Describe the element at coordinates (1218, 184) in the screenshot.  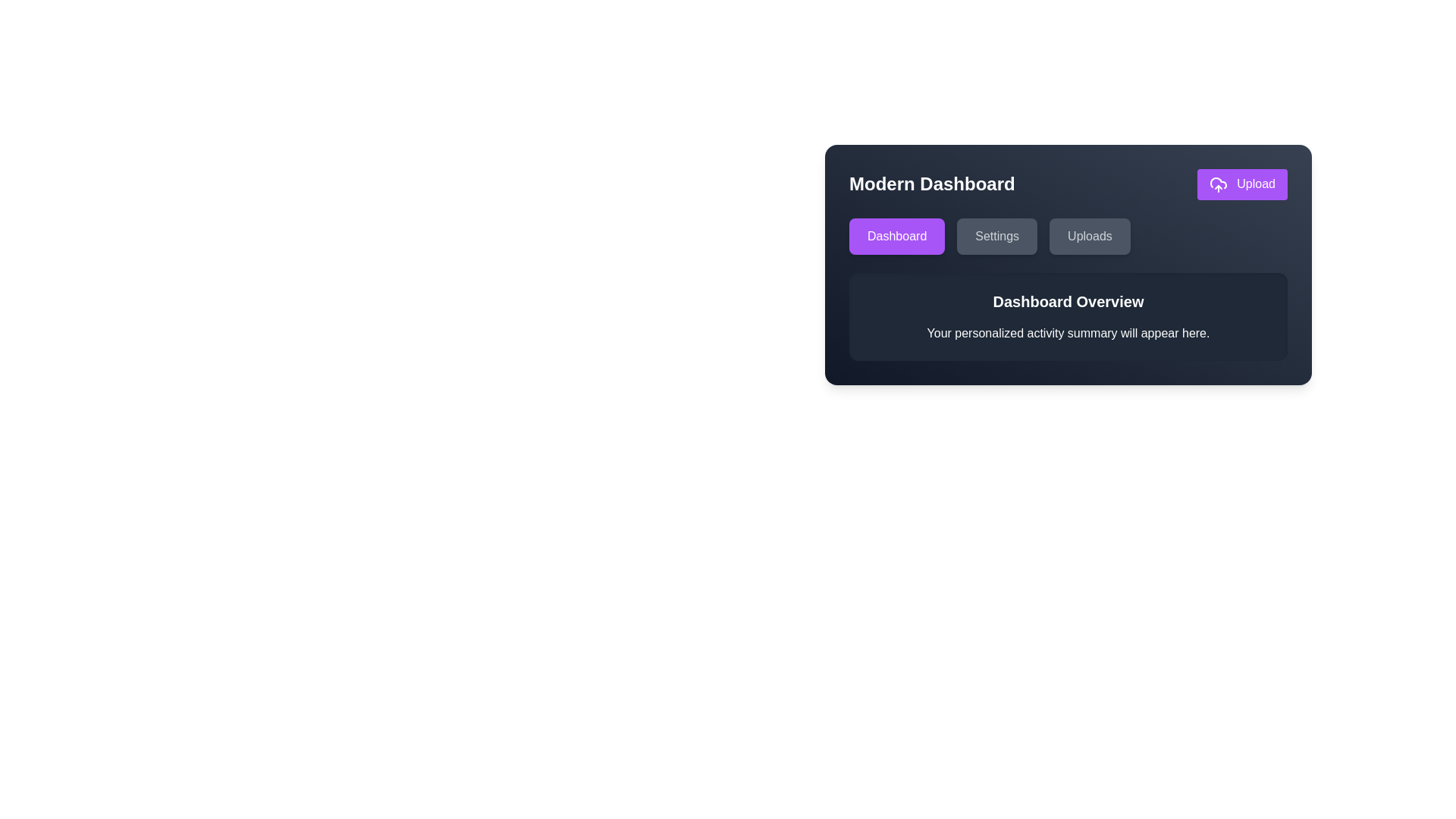
I see `the cloud icon located on the left side of the purple 'Upload' button within the 'Modern Dashboard' card` at that location.